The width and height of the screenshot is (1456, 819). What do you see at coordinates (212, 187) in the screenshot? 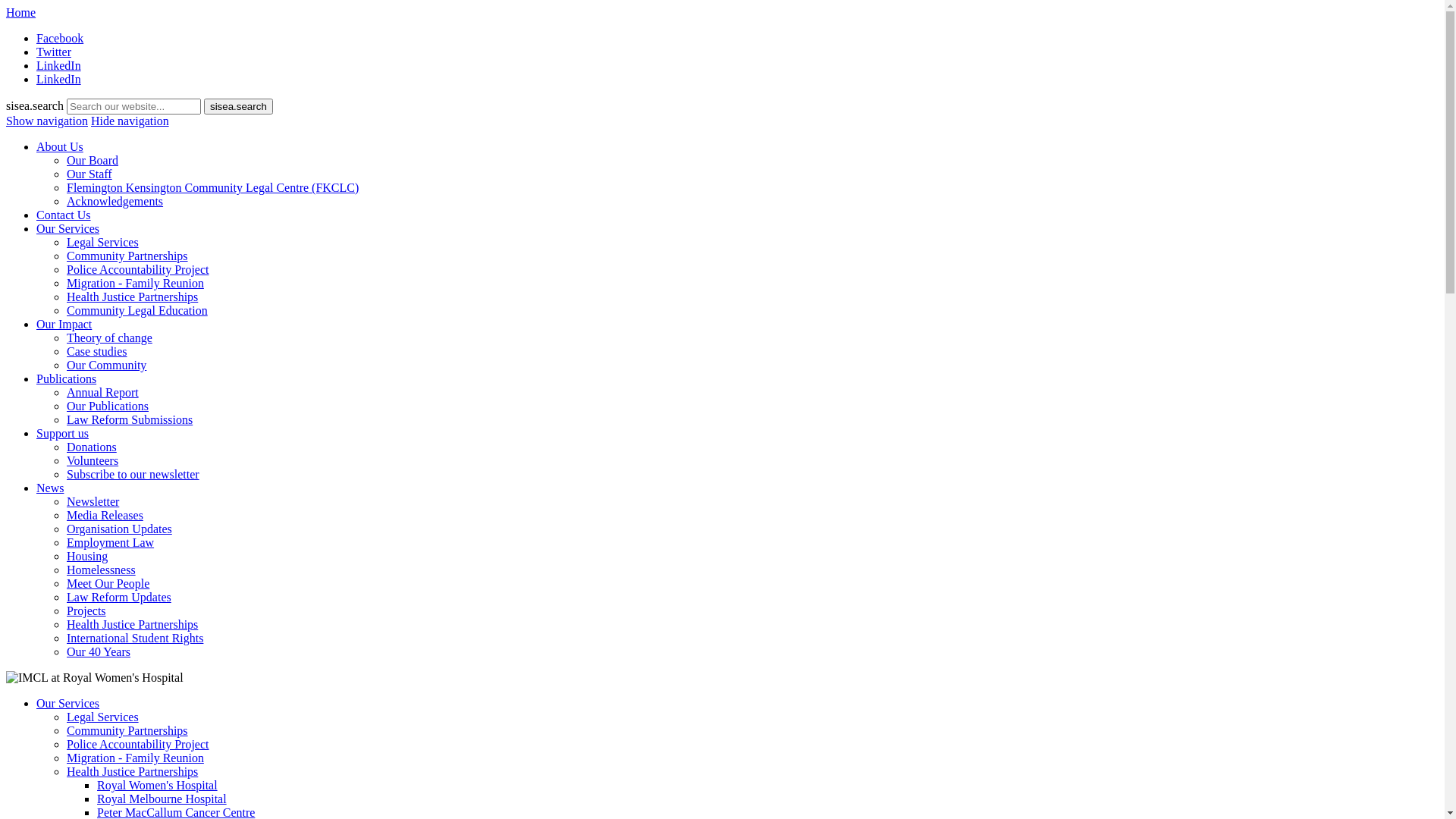
I see `'Flemington Kensington Community Legal Centre (FKCLC)'` at bounding box center [212, 187].